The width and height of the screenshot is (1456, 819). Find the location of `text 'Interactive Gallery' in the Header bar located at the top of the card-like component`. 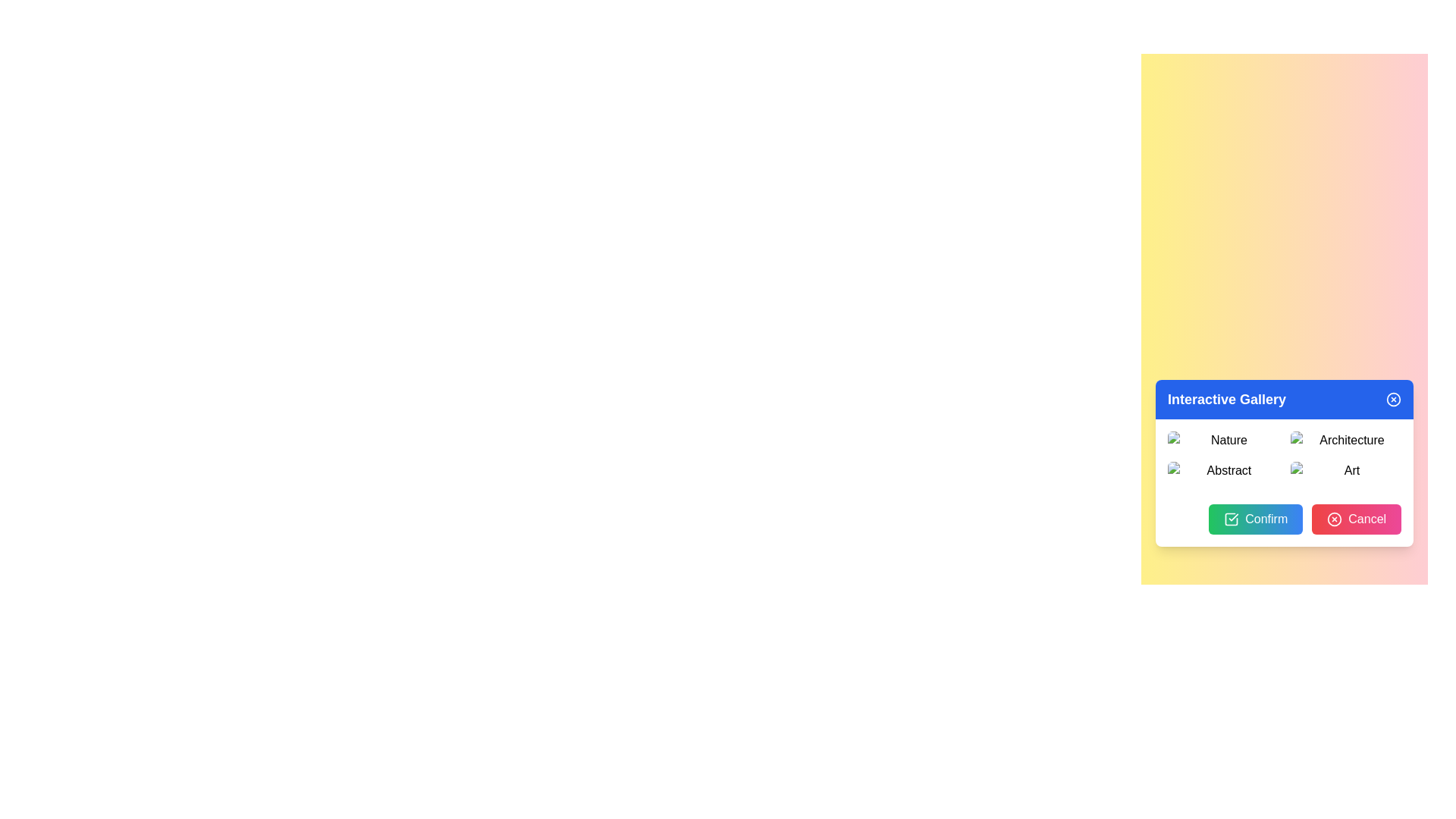

text 'Interactive Gallery' in the Header bar located at the top of the card-like component is located at coordinates (1284, 399).